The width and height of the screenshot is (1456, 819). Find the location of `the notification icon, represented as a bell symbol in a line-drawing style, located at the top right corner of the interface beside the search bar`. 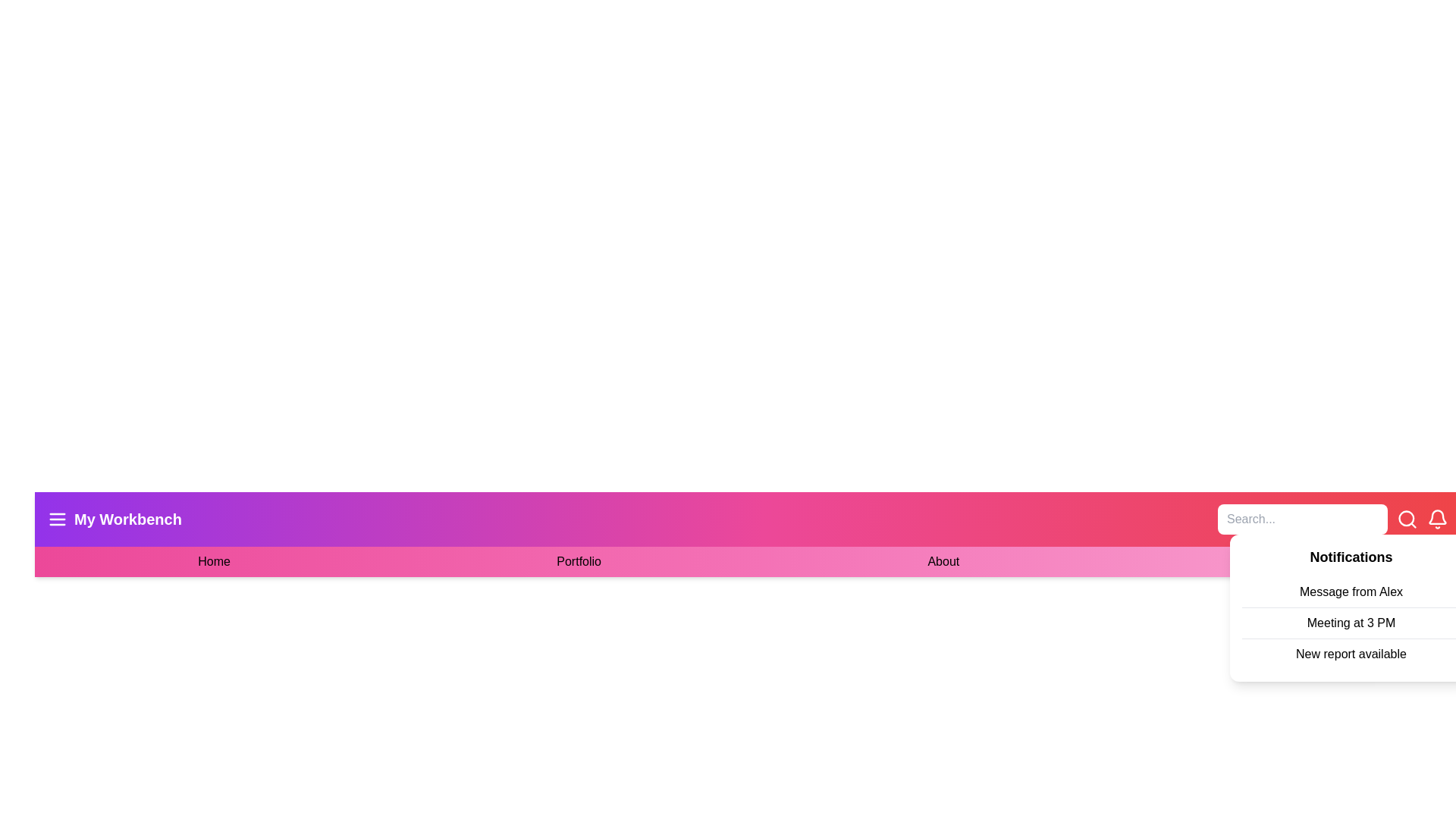

the notification icon, represented as a bell symbol in a line-drawing style, located at the top right corner of the interface beside the search bar is located at coordinates (1437, 516).